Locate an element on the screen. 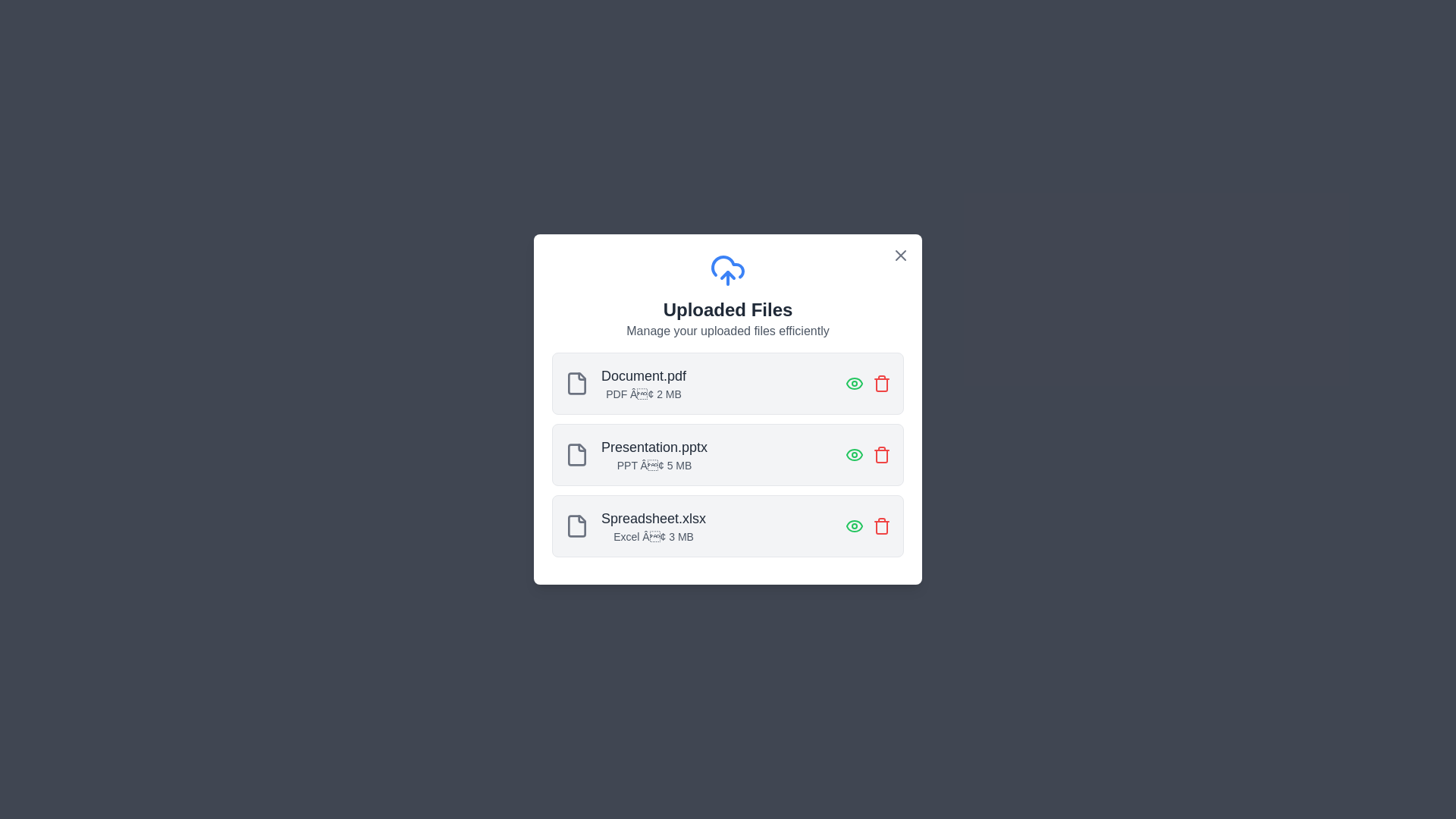  the file icon for 'Spreadsheet.xlsx', which is a light gray document icon located is located at coordinates (576, 526).